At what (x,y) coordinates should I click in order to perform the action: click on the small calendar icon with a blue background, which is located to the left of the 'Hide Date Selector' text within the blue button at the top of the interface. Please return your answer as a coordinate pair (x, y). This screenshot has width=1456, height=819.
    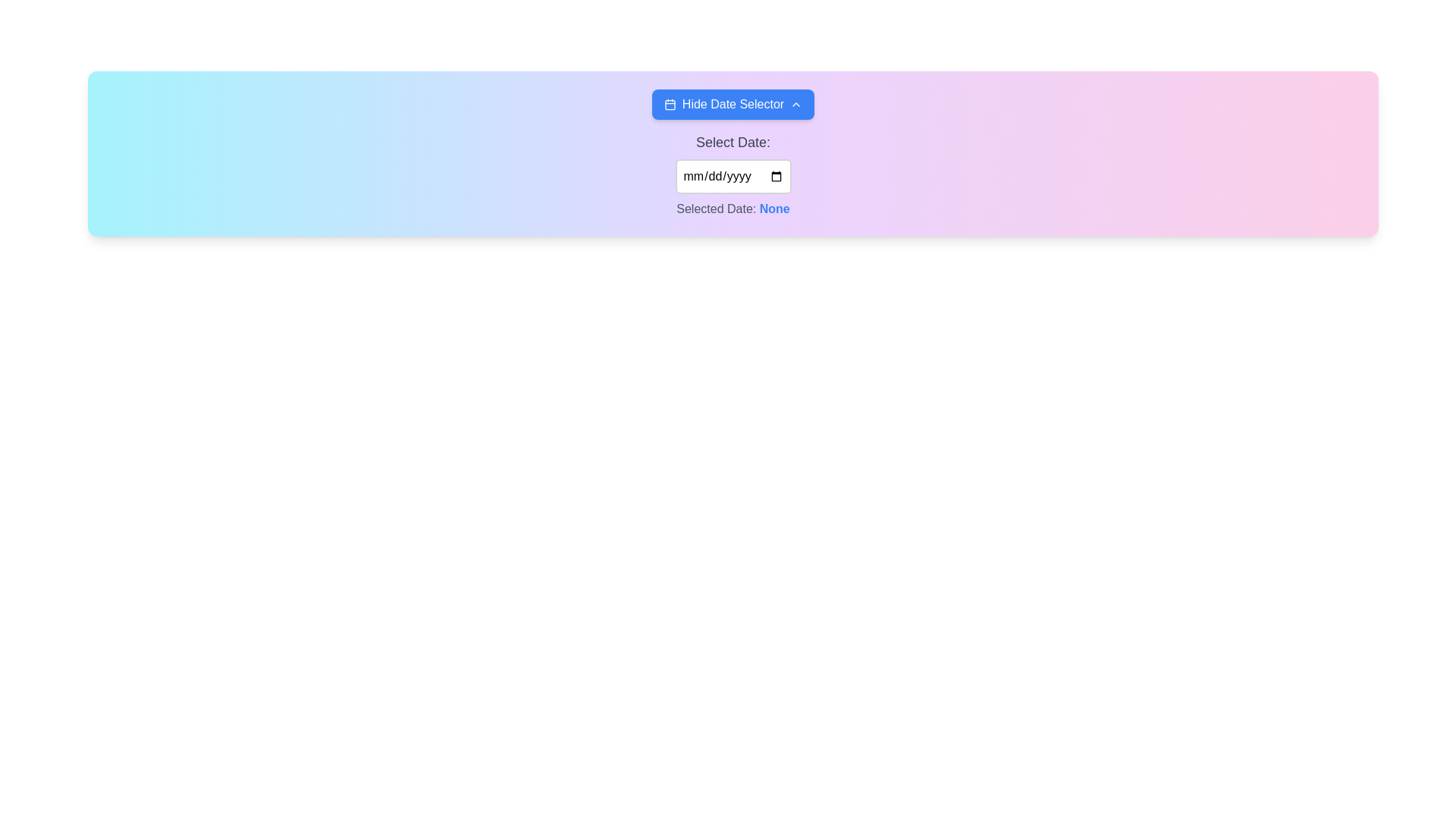
    Looking at the image, I should click on (669, 104).